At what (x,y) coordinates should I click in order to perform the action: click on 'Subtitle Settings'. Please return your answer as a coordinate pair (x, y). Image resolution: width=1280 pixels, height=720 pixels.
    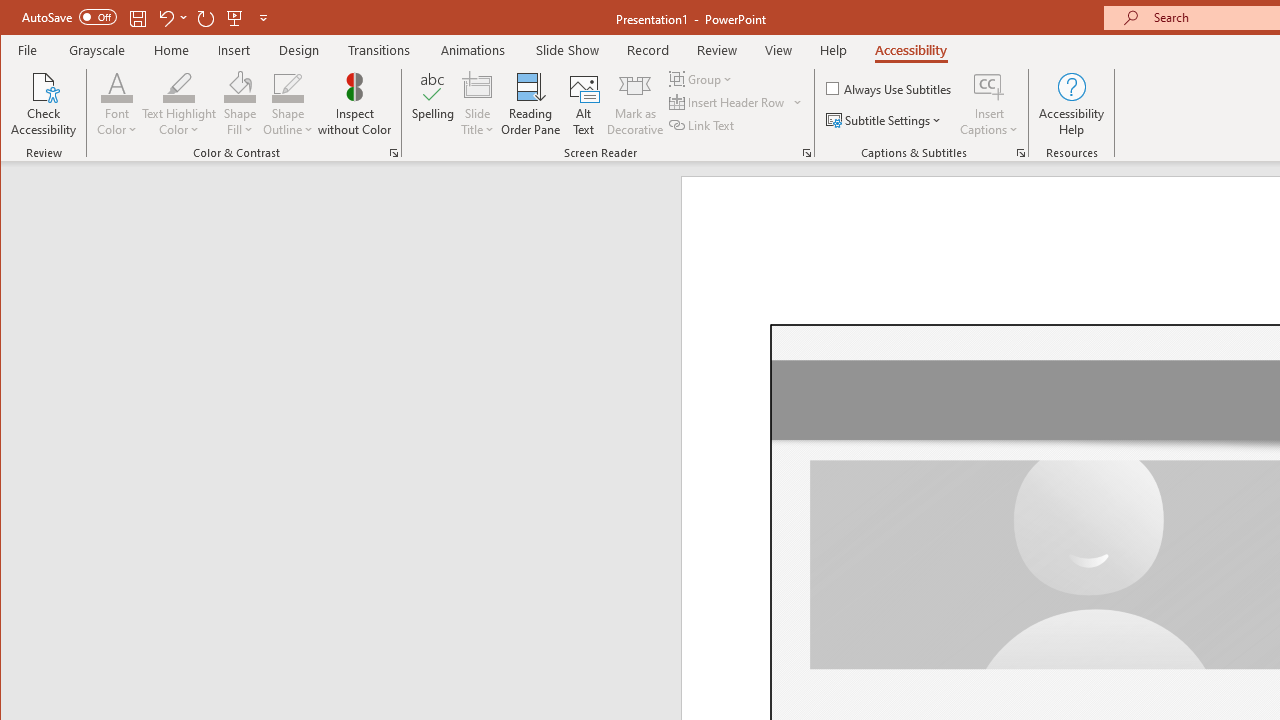
    Looking at the image, I should click on (884, 120).